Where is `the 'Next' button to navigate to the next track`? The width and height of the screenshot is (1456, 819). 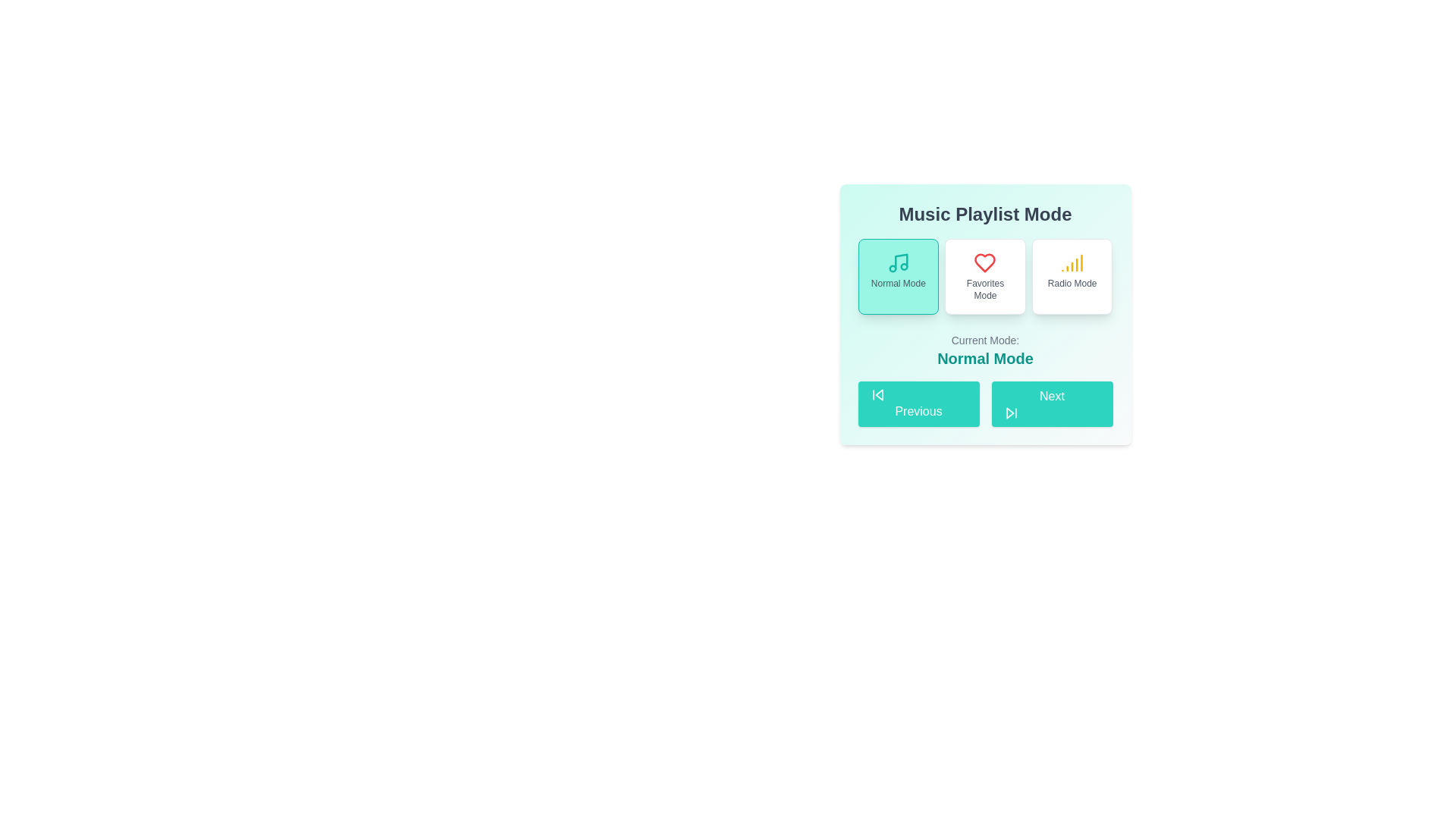 the 'Next' button to navigate to the next track is located at coordinates (1051, 403).